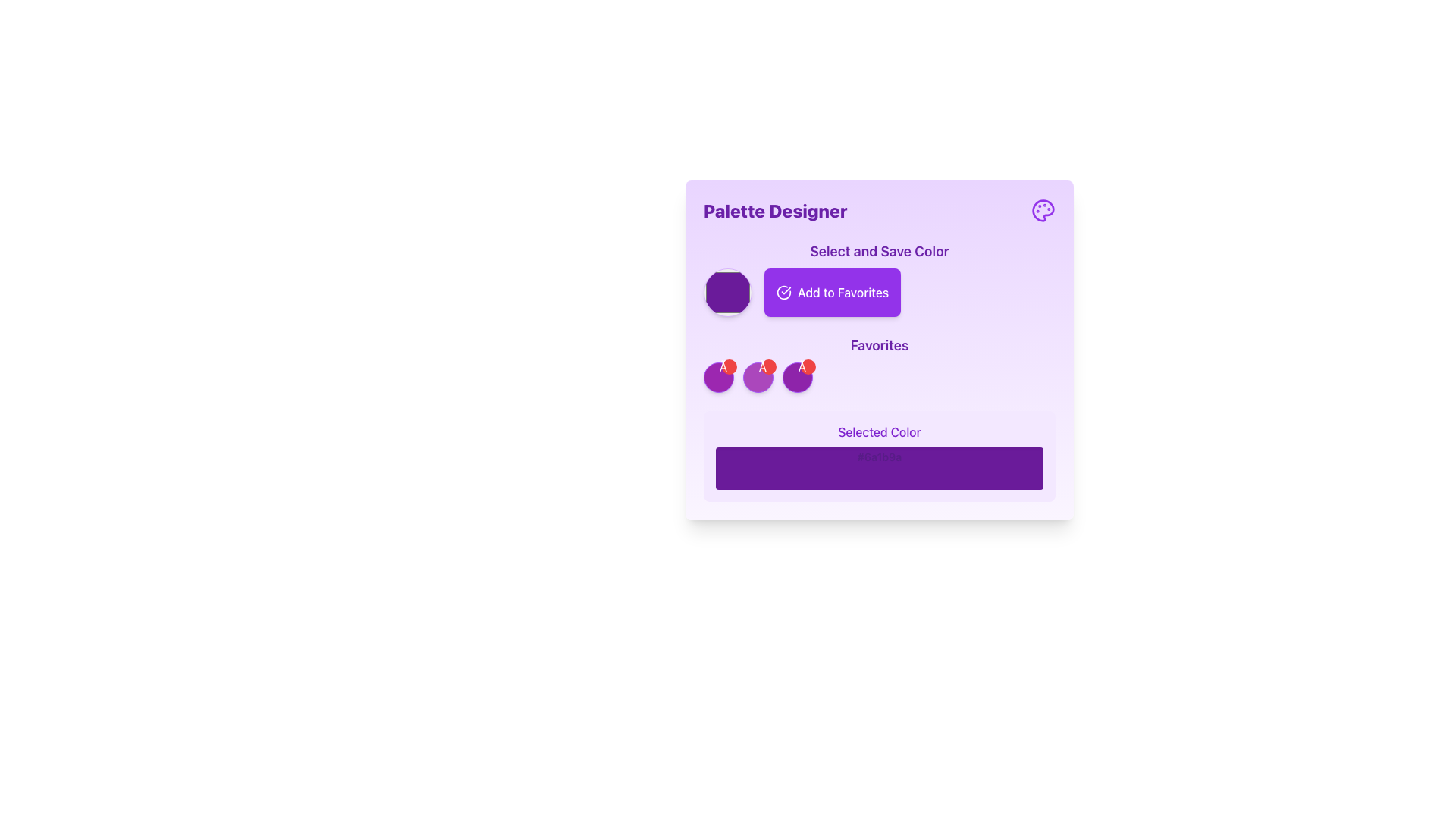 The height and width of the screenshot is (819, 1456). What do you see at coordinates (796, 376) in the screenshot?
I see `the third circular button with a purple hue and a red badge labeled 'A' in the 'Favorites' section of the 'Palette Designer' interface` at bounding box center [796, 376].